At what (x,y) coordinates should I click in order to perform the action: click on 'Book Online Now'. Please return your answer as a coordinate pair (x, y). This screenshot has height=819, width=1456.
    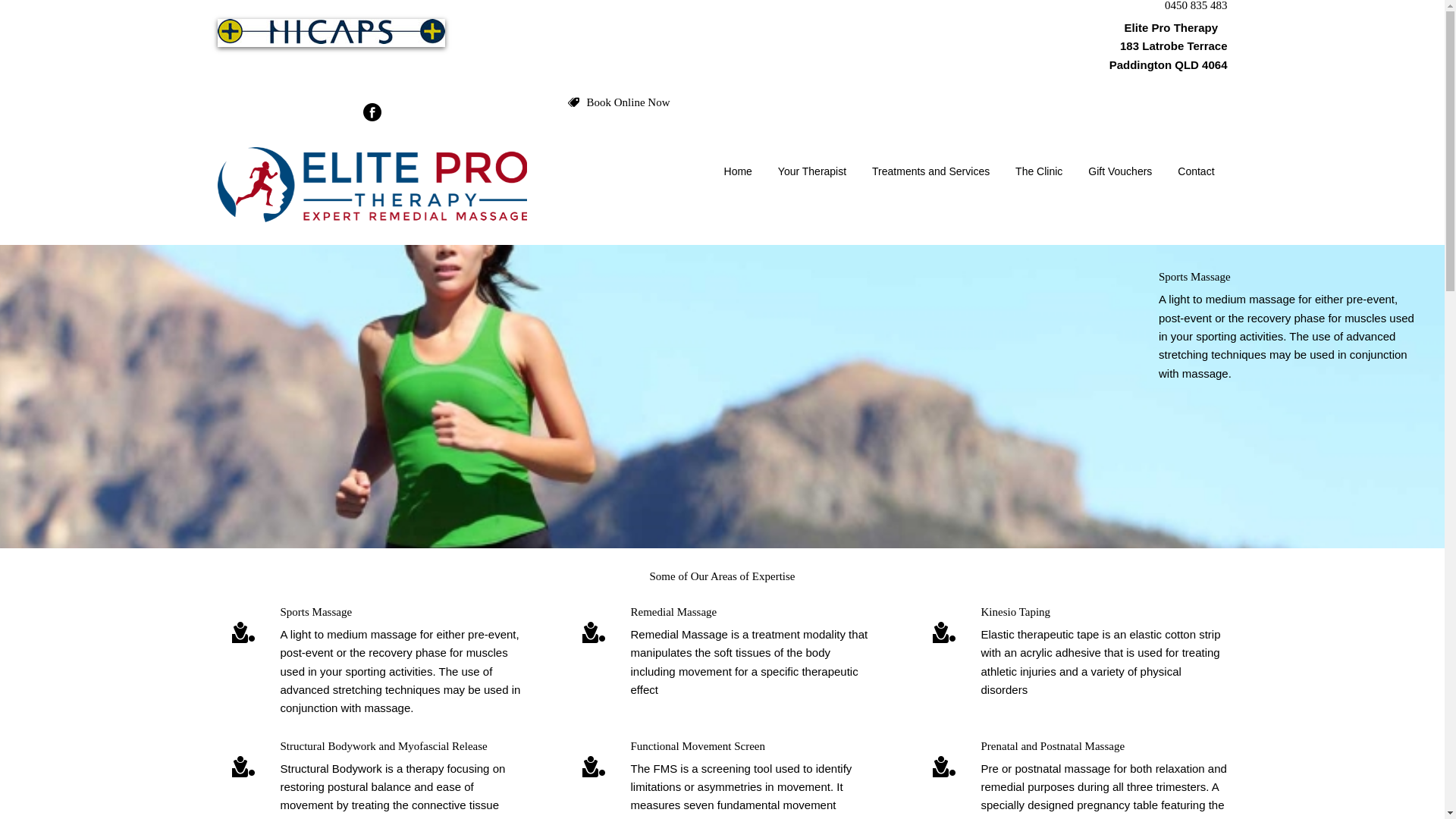
    Looking at the image, I should click on (629, 102).